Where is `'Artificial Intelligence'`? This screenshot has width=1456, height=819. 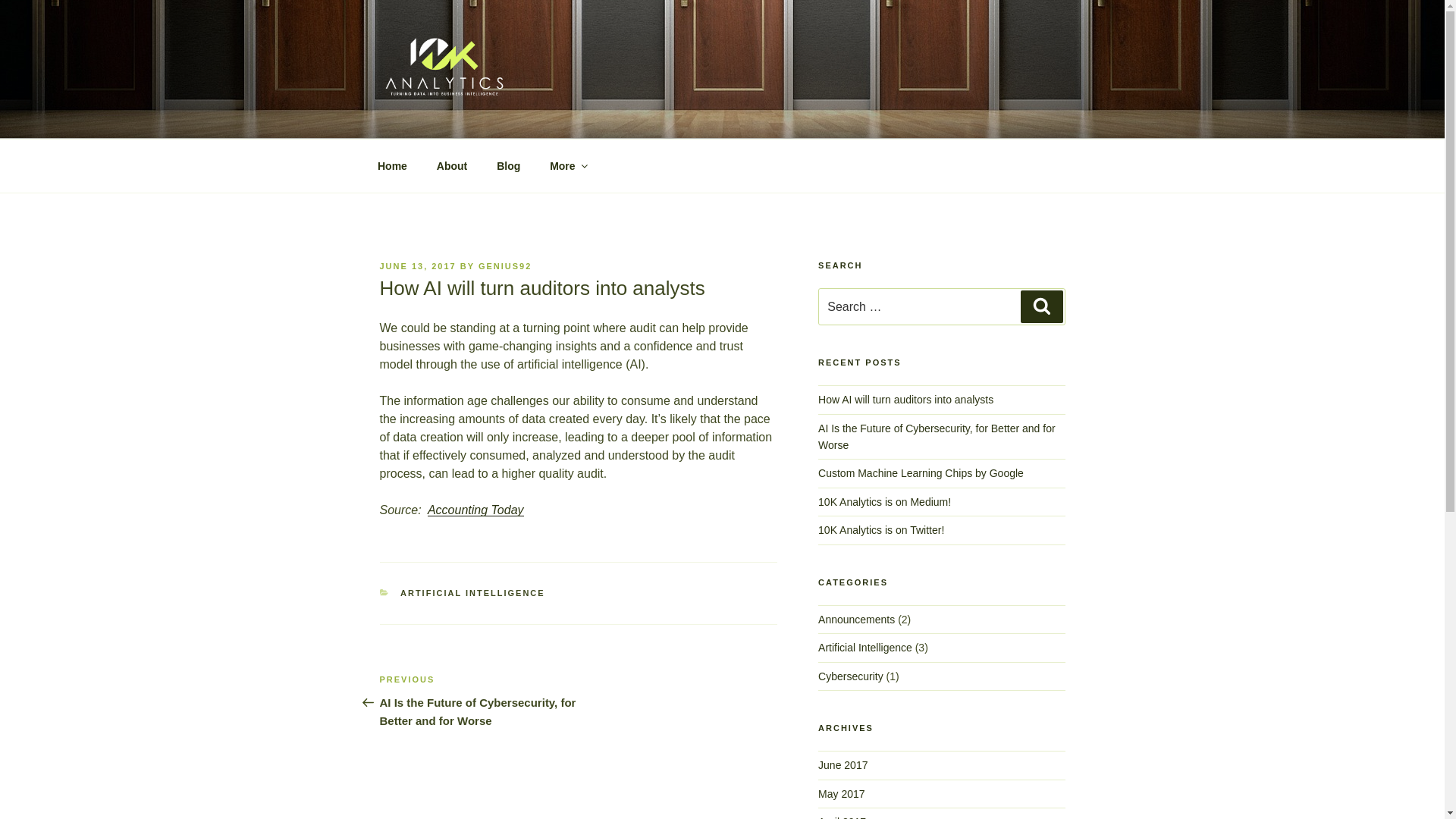 'Artificial Intelligence' is located at coordinates (865, 647).